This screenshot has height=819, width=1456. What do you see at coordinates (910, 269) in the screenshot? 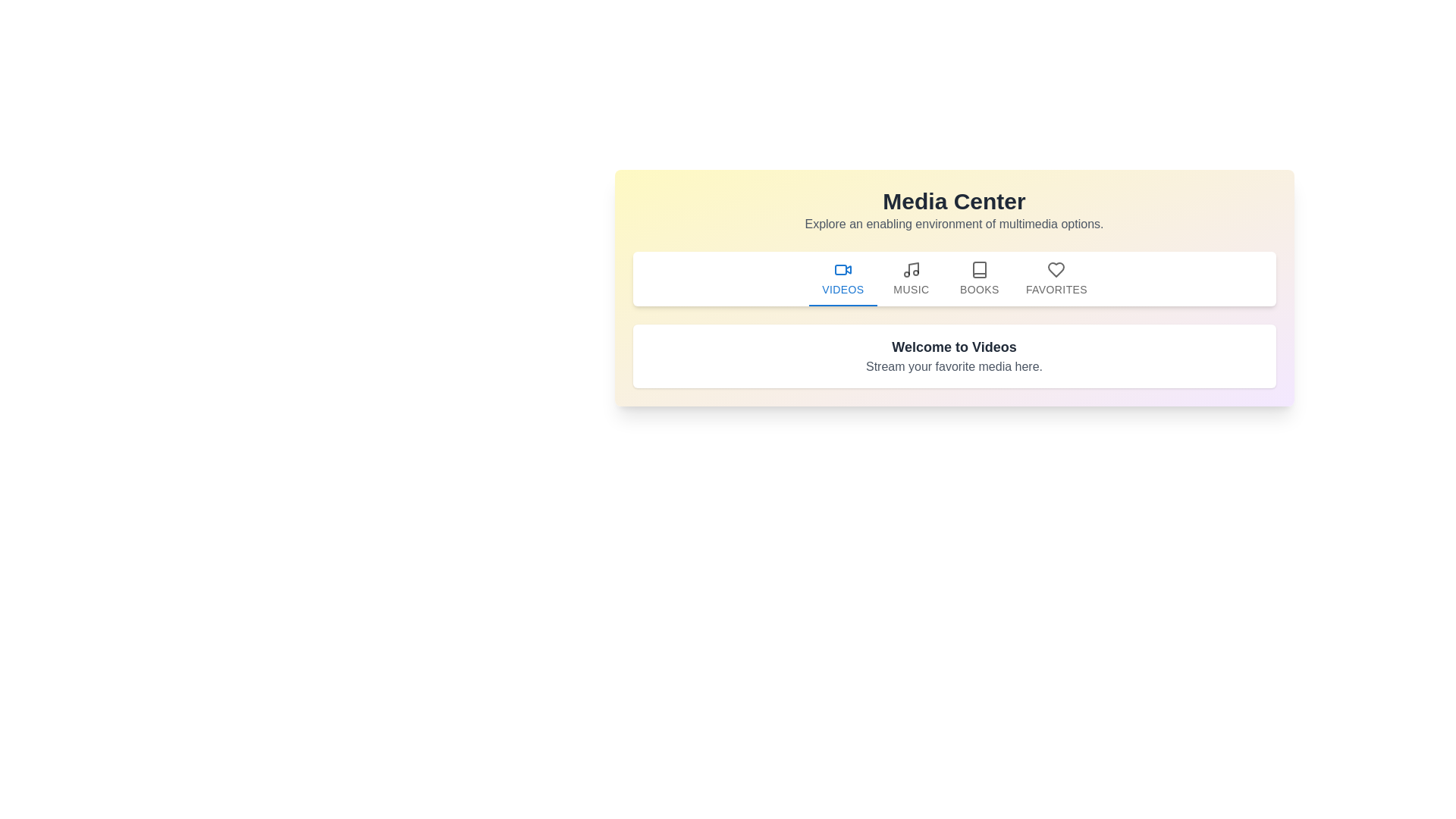
I see `the music note icon located in the 'Music' tab by clicking on it` at bounding box center [910, 269].